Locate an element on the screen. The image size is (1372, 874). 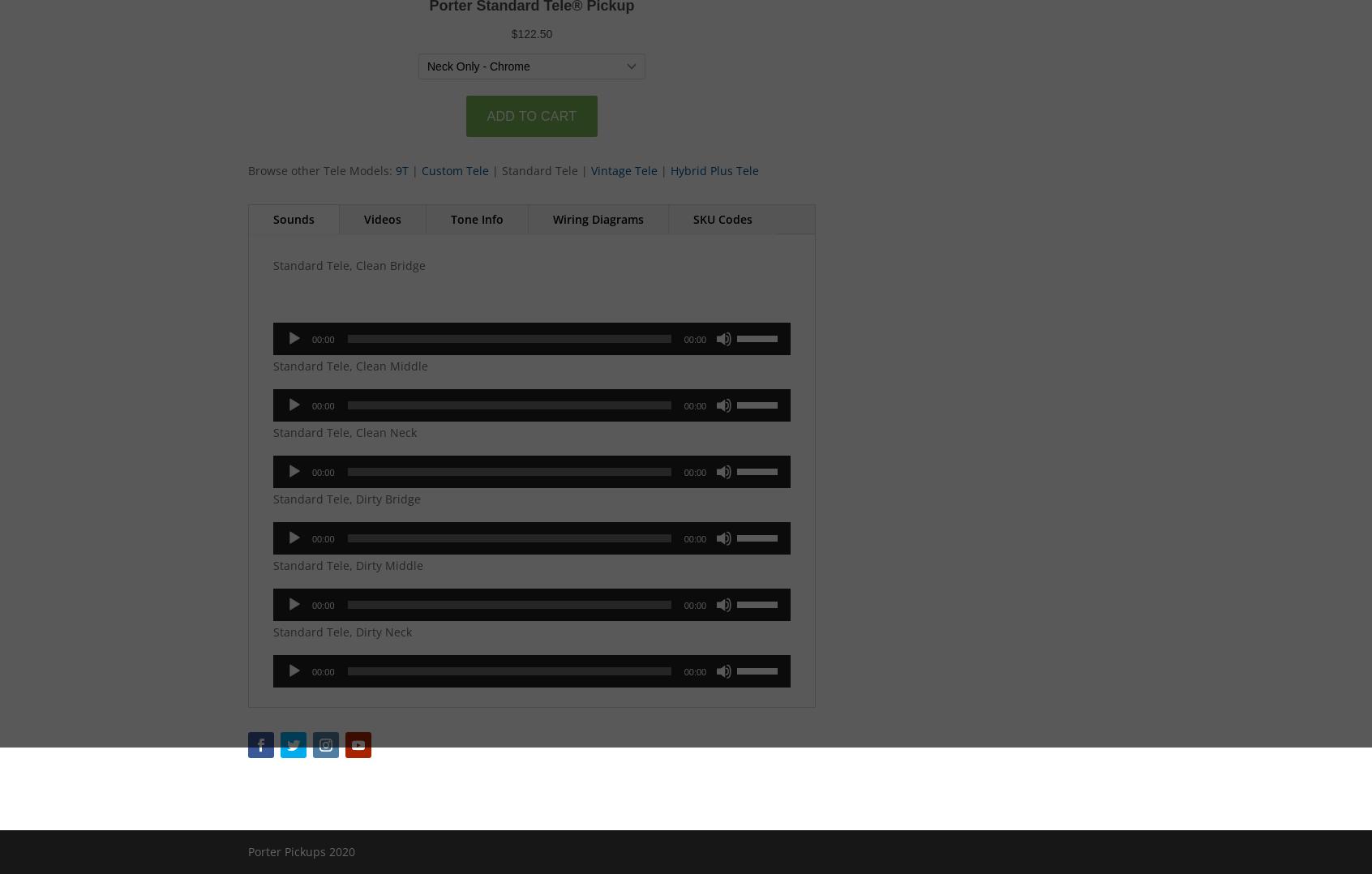
'Porter Pickups 2020' is located at coordinates (302, 850).